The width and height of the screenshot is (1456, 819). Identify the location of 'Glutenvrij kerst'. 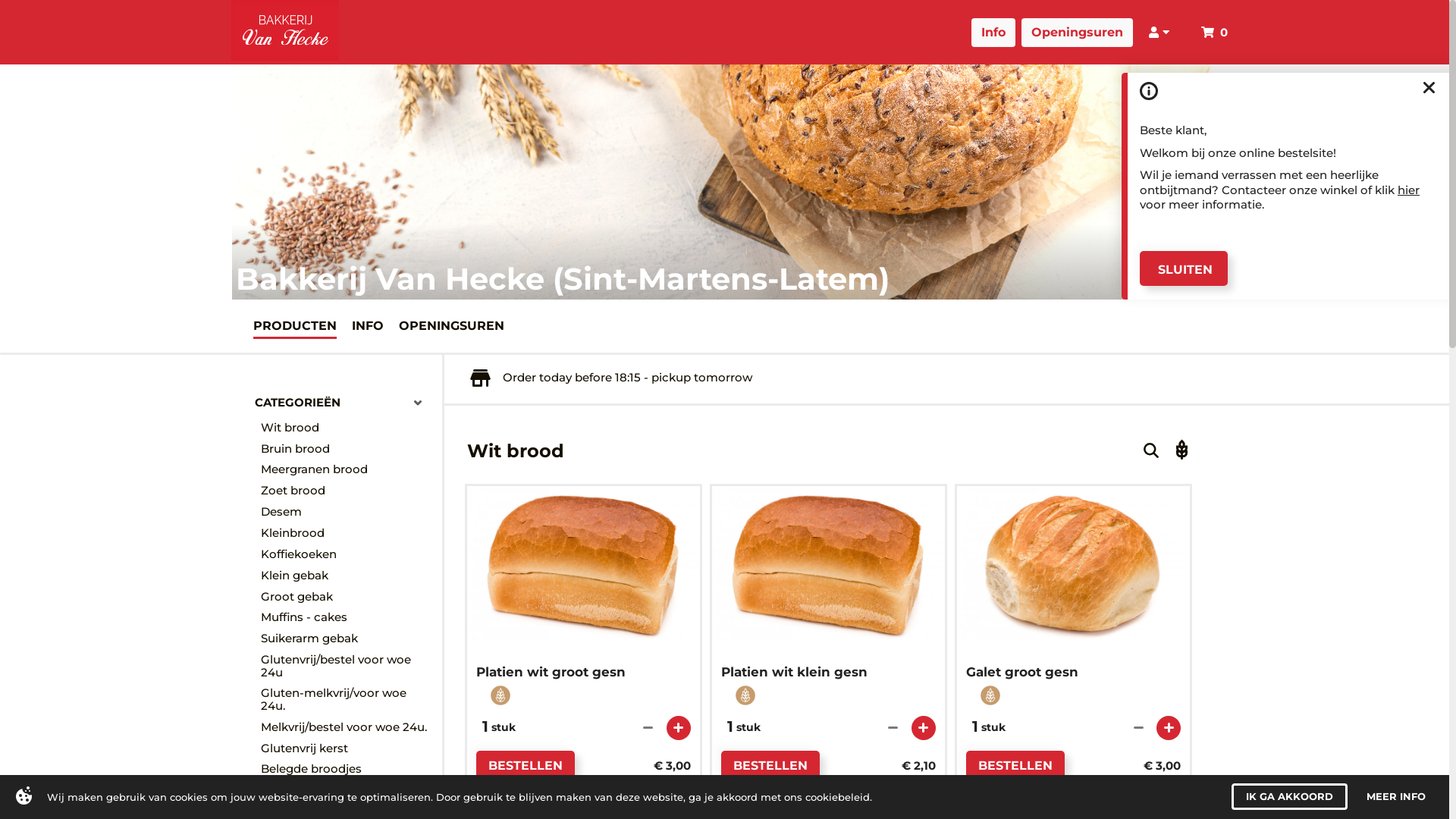
(346, 748).